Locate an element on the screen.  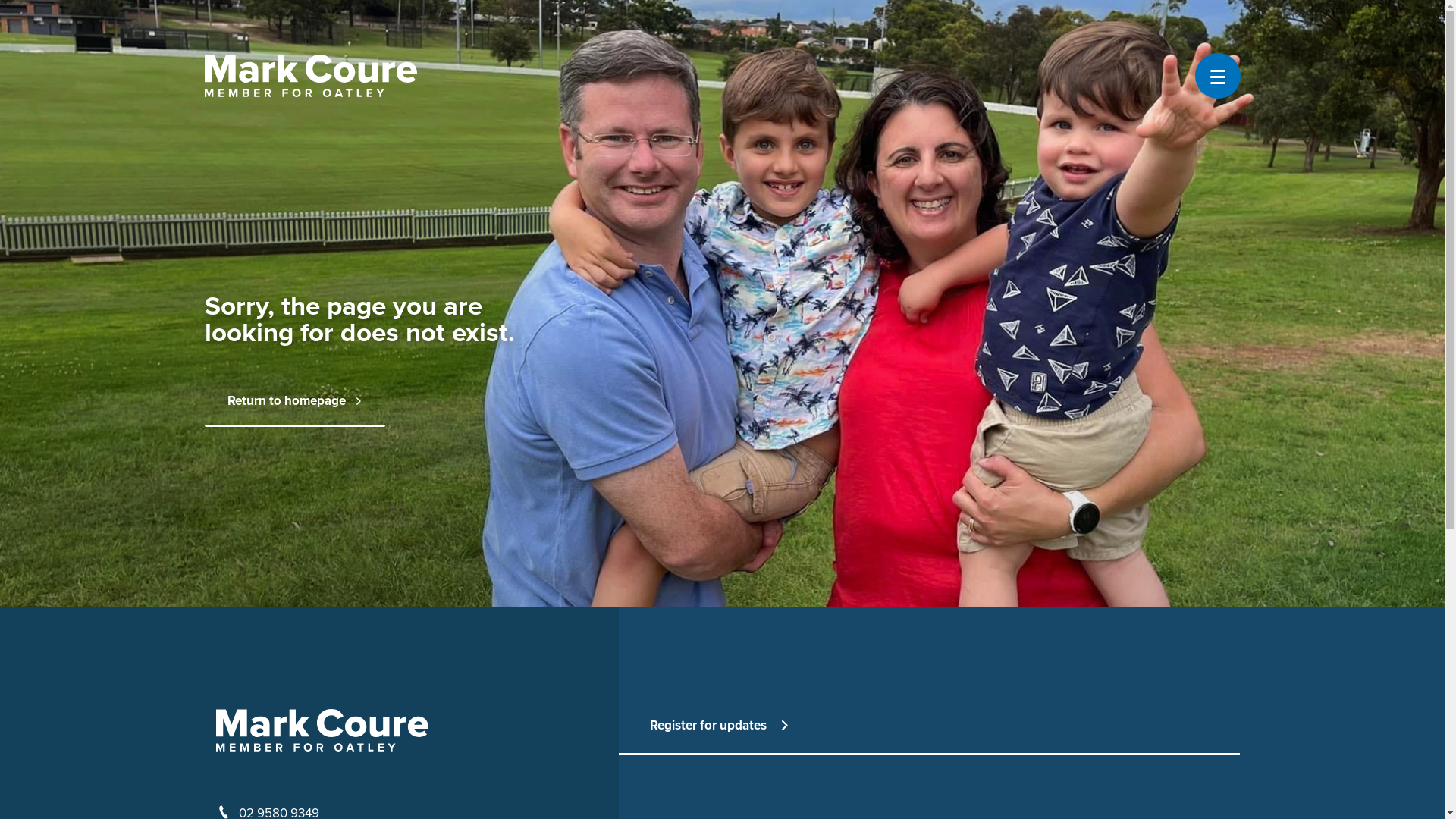
'Register for updates' is located at coordinates (650, 724).